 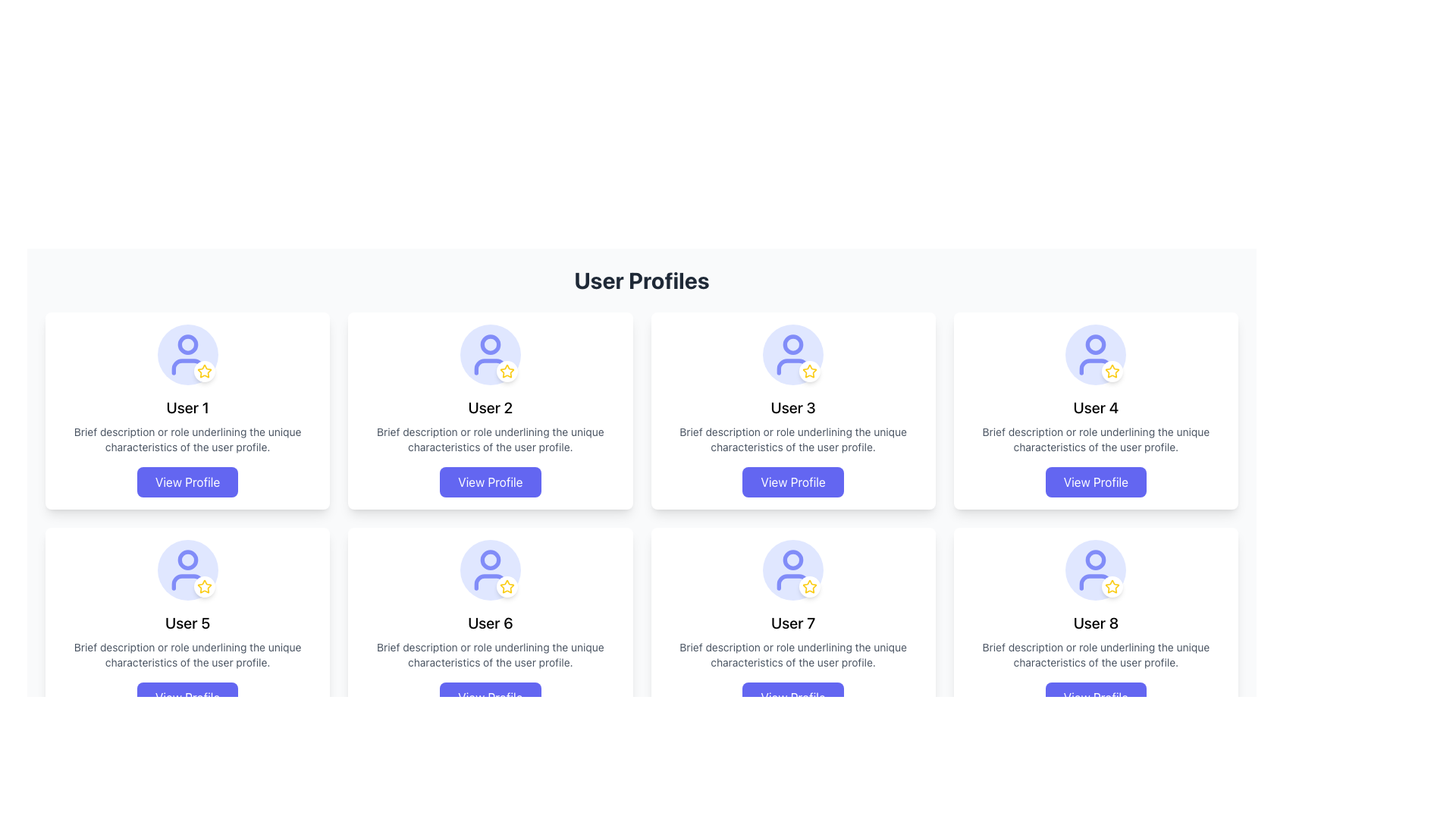 I want to click on the text label identifying 'User 5', located in the middle of the second row of user profile cards, so click(x=187, y=623).